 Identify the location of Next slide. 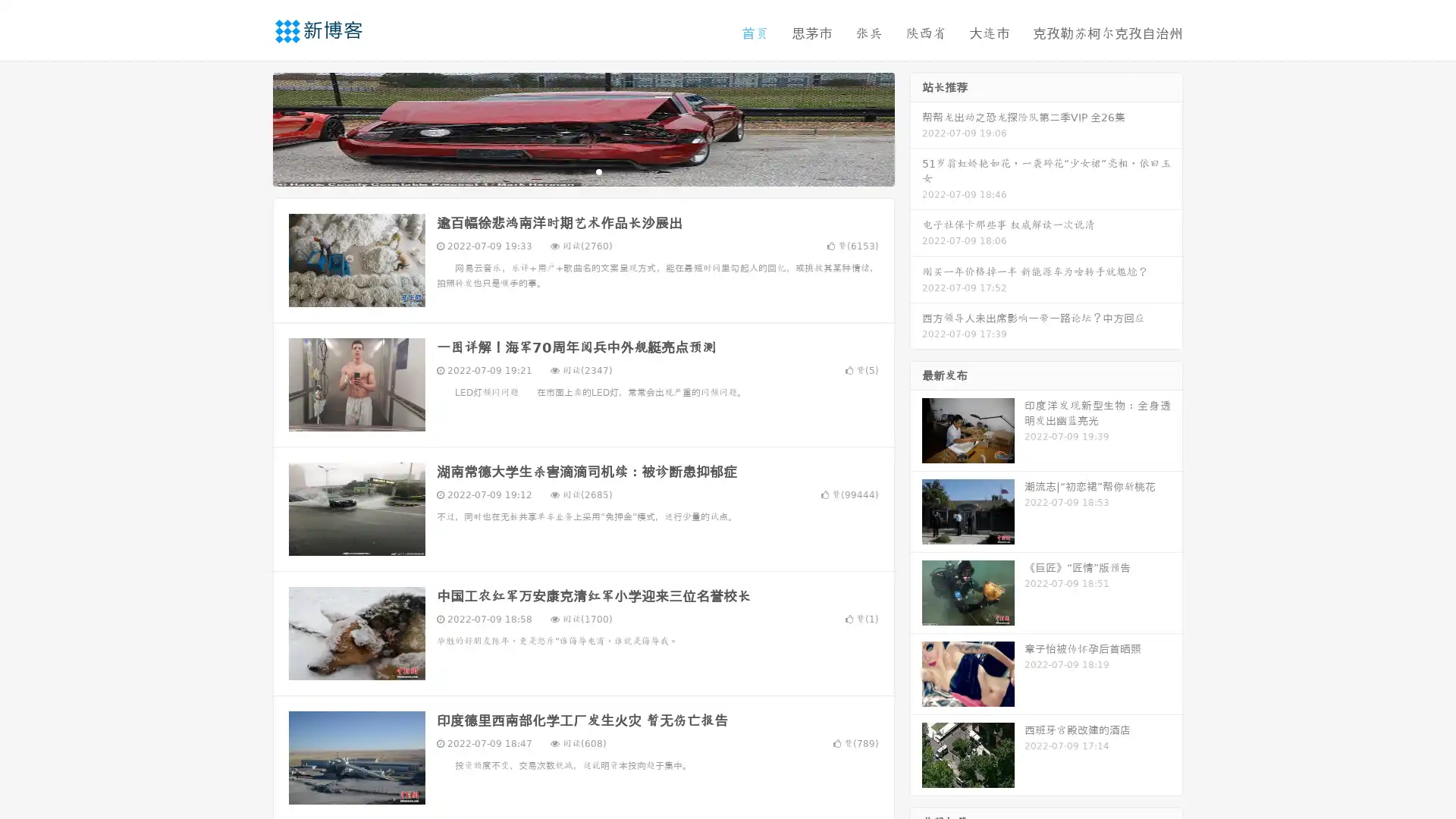
(916, 127).